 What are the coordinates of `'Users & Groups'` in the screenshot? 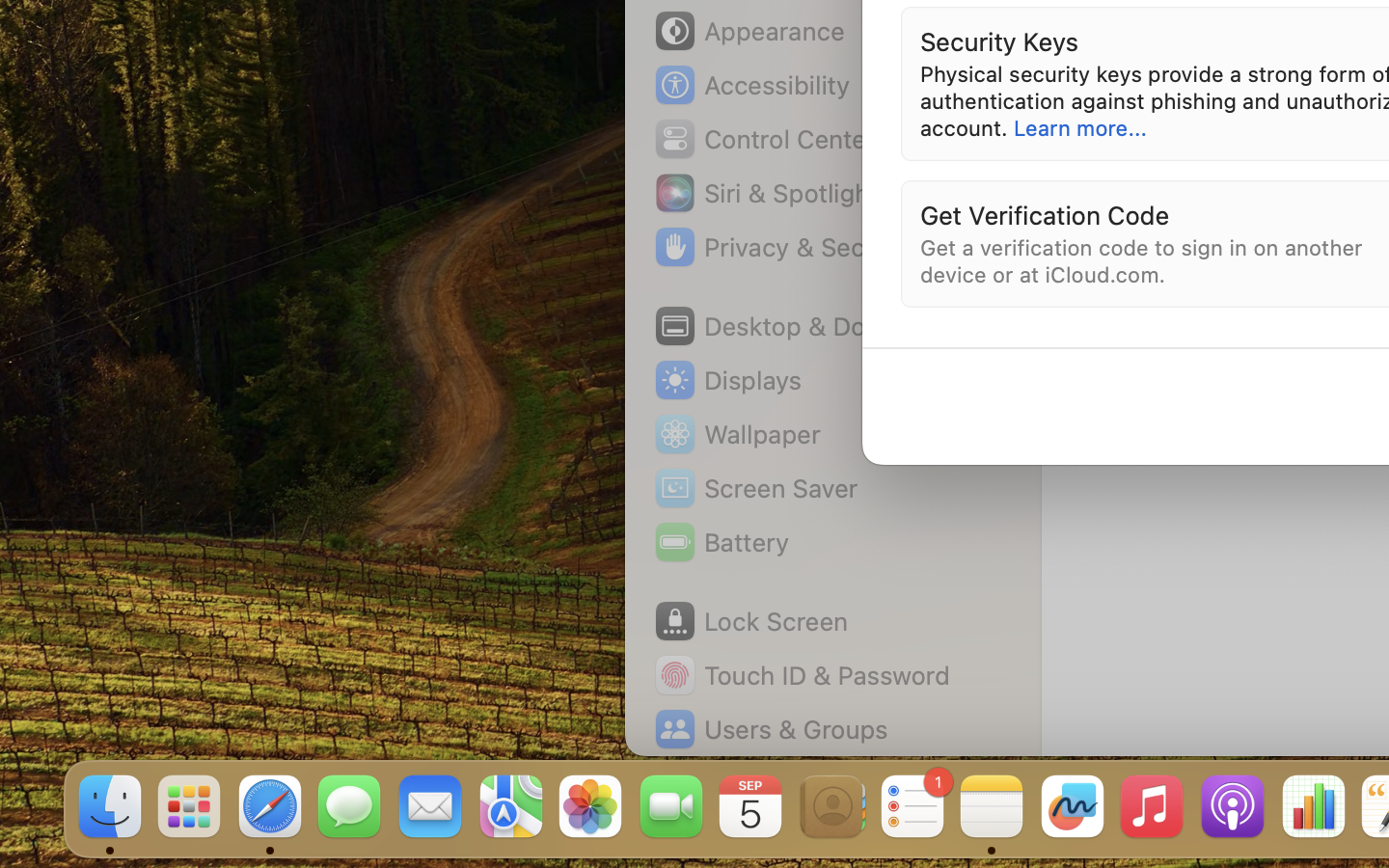 It's located at (770, 728).